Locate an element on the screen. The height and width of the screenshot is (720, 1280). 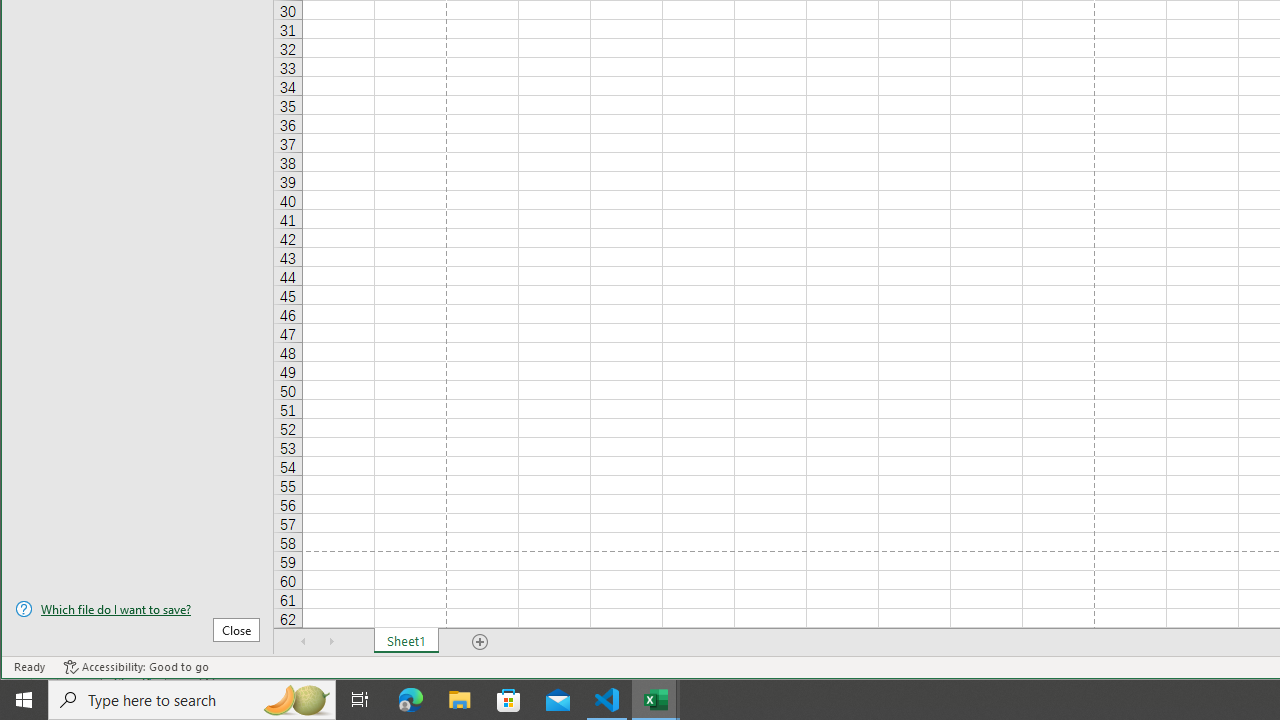
'Close' is located at coordinates (236, 630).